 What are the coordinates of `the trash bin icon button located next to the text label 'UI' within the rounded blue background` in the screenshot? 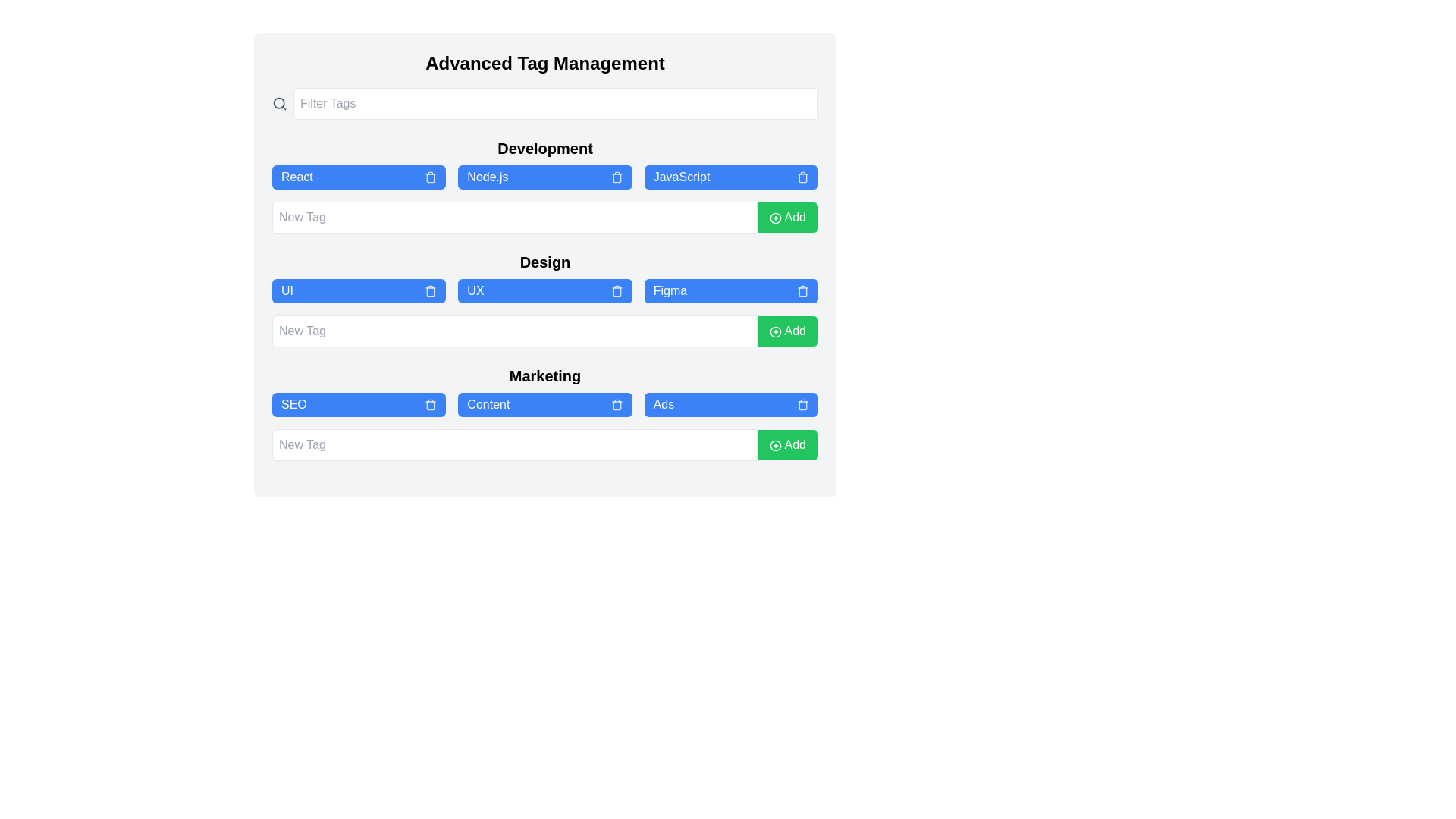 It's located at (429, 291).